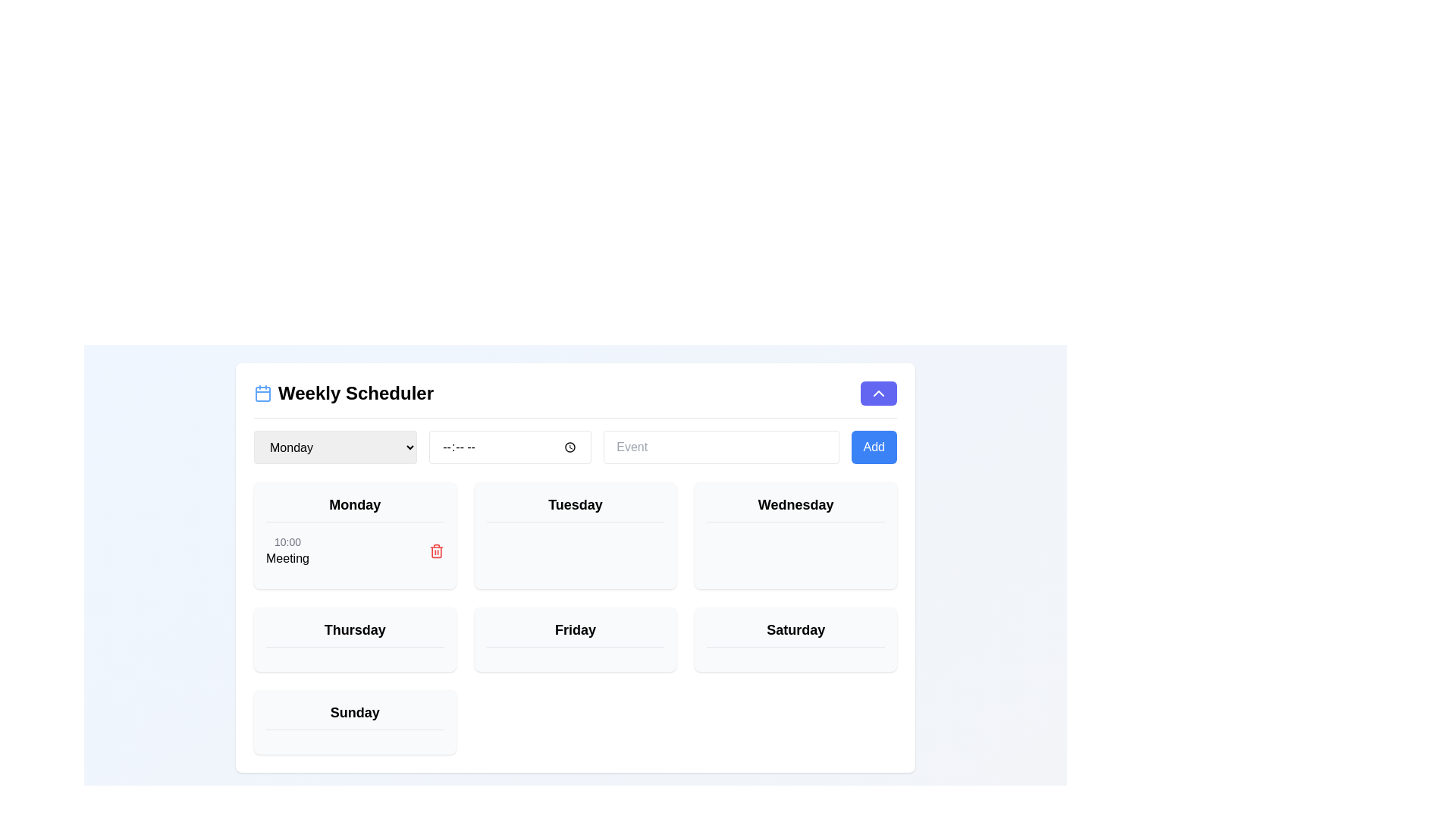 This screenshot has height=819, width=1456. I want to click on the text label that reads 'Friday' in the weekly scheduler grid interface, located in the bottom row, second column, with a bold font style and a light horizontal line beneath it, so click(574, 633).